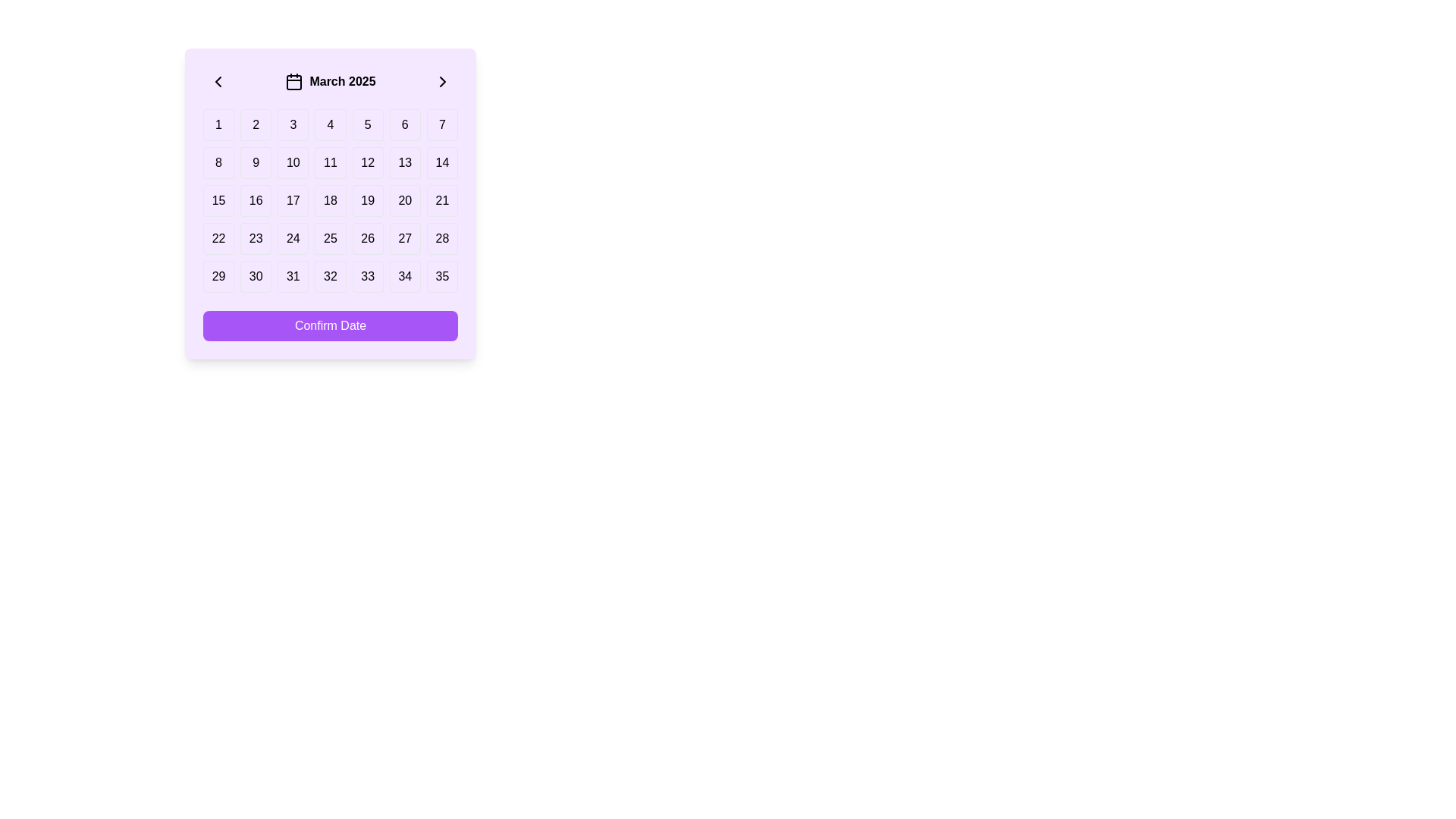 The width and height of the screenshot is (1456, 819). I want to click on the selectable calendar date box displaying the number '26', located in the 4th row and 5th column of the calendar grid, so click(368, 239).